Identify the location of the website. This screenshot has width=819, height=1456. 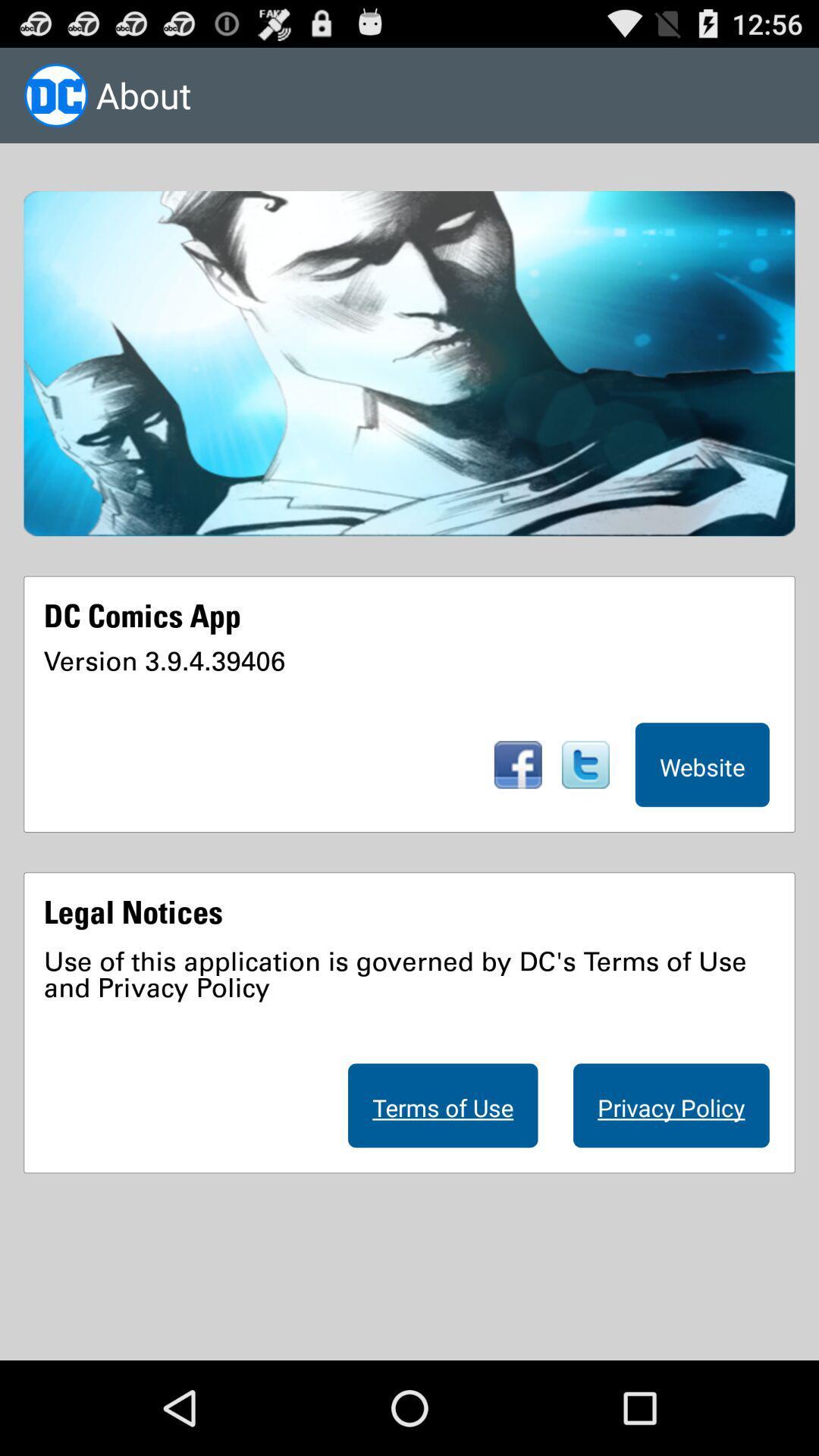
(702, 764).